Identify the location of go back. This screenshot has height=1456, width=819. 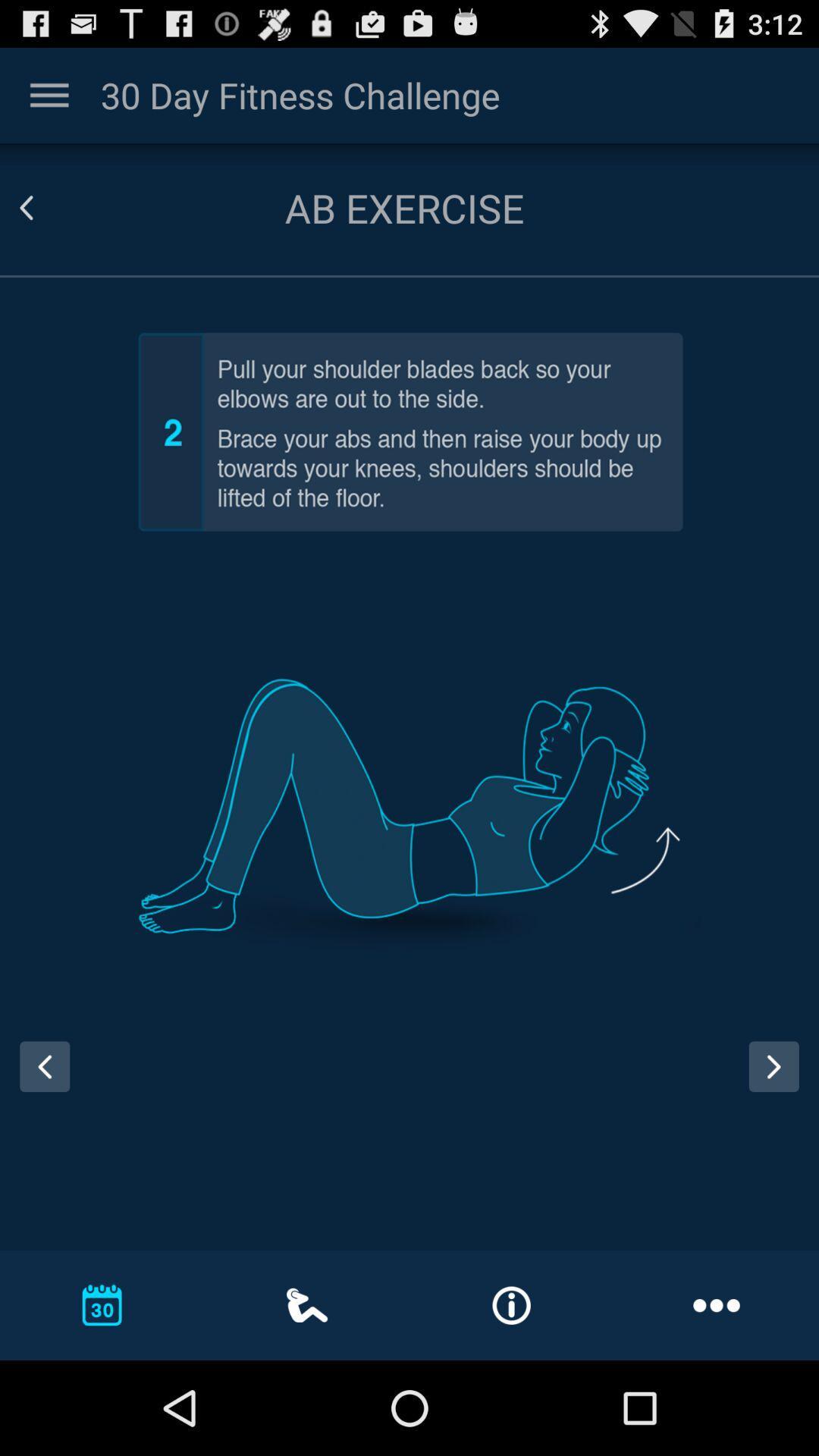
(44, 207).